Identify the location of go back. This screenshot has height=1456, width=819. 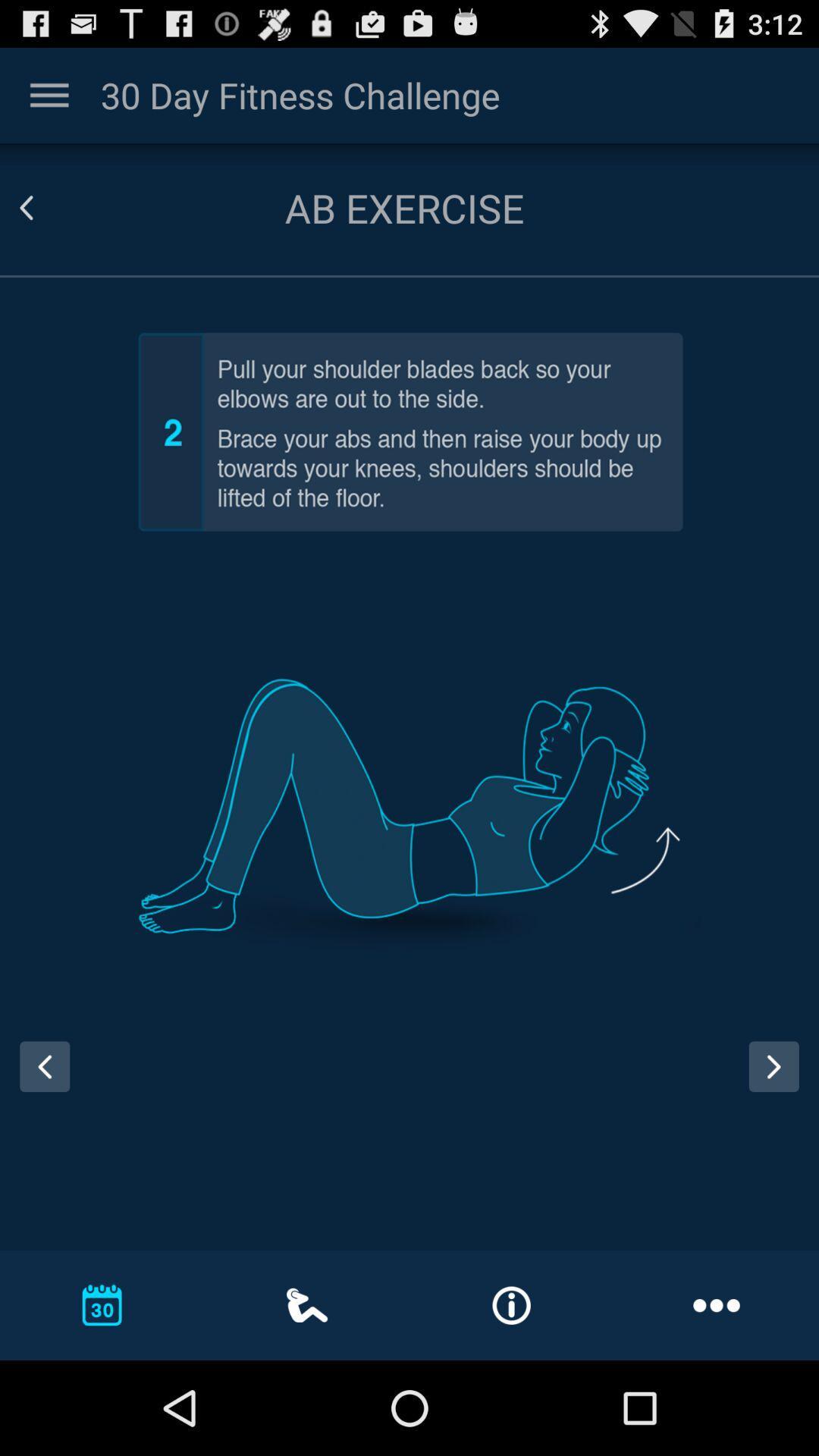
(44, 207).